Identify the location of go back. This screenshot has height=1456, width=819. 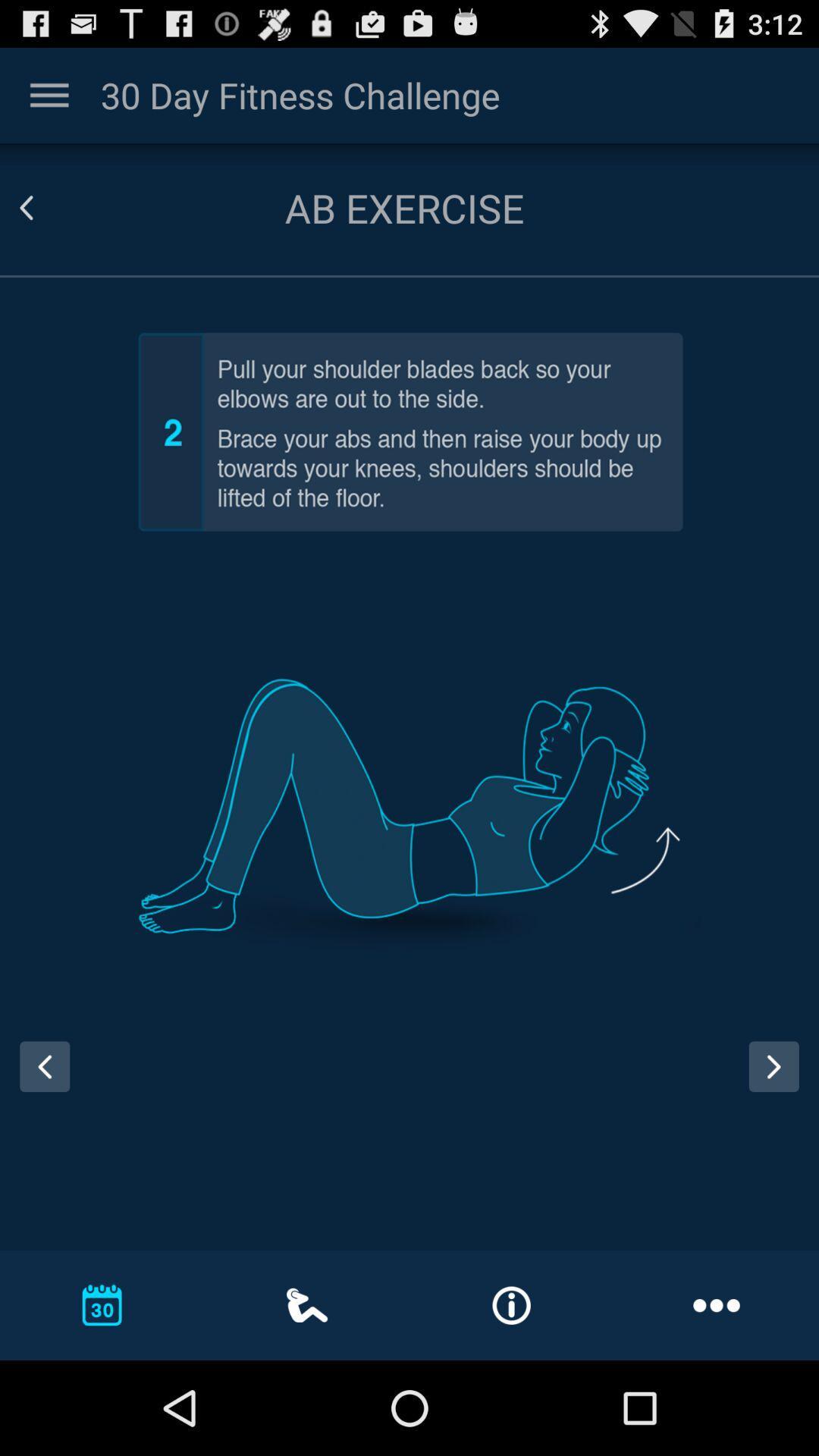
(44, 207).